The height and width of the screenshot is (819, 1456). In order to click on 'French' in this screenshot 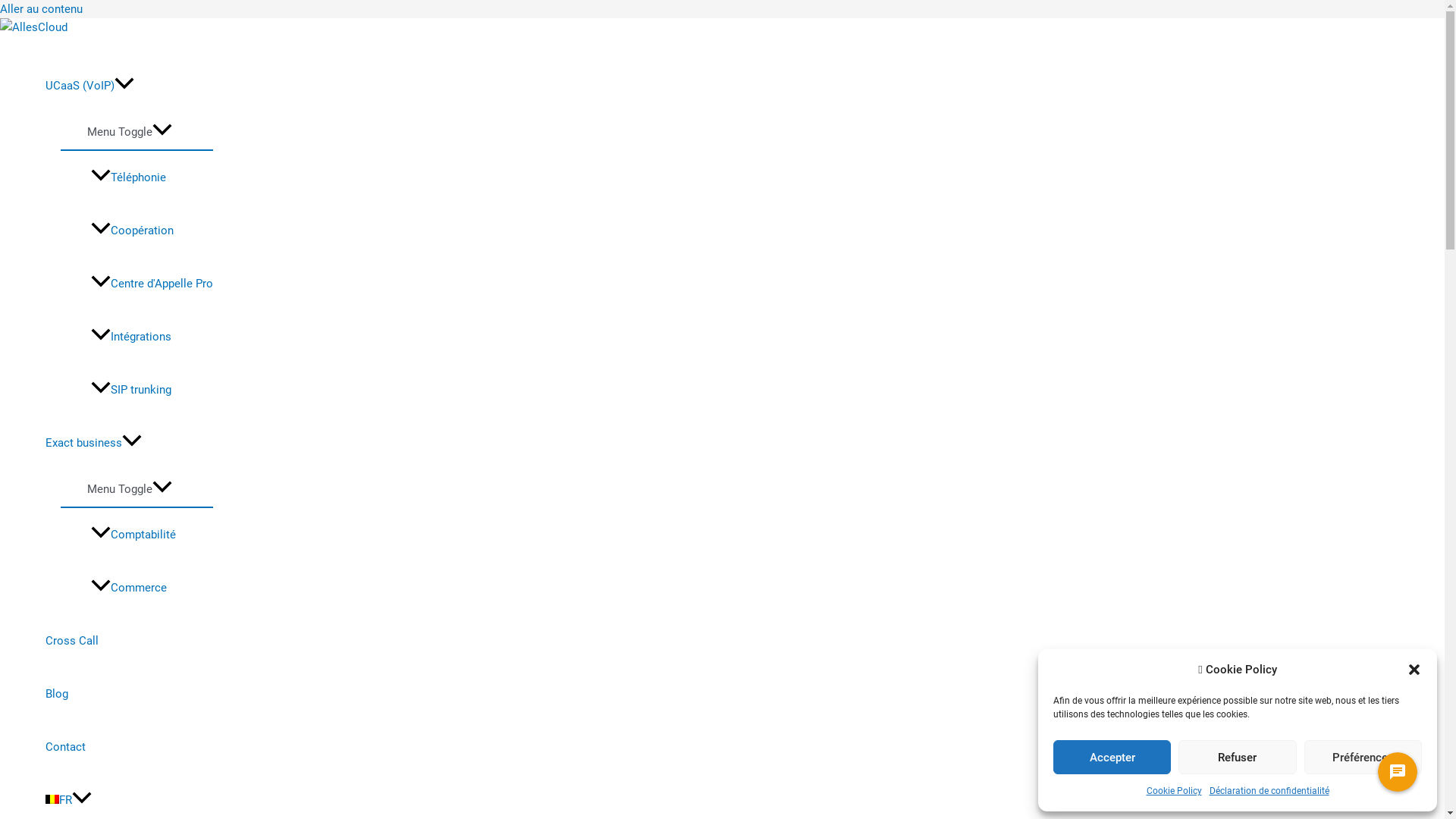, I will do `click(52, 798)`.